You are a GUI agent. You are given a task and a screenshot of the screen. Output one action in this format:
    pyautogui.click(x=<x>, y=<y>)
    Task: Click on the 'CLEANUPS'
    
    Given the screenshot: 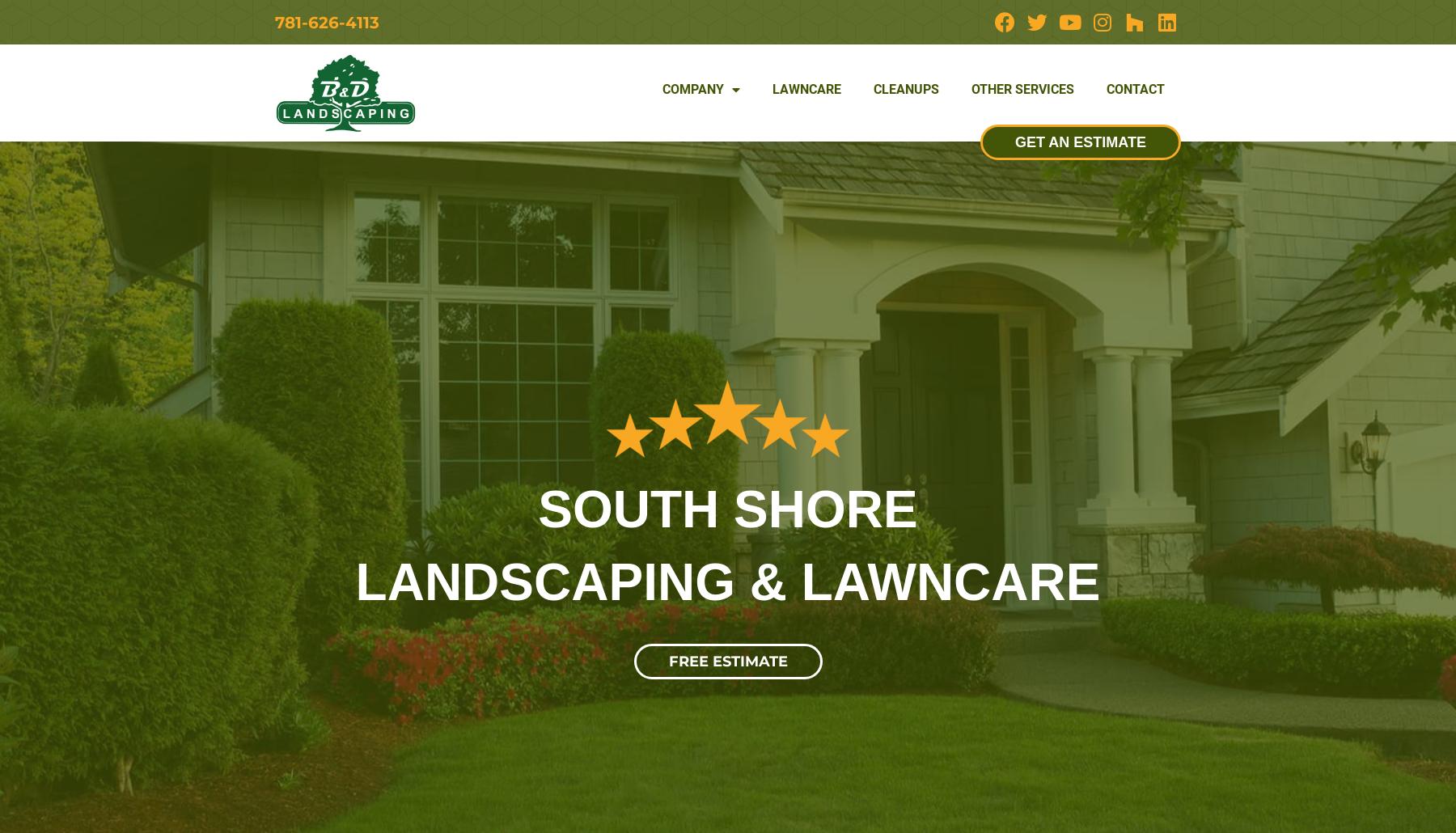 What is the action you would take?
    pyautogui.click(x=874, y=87)
    